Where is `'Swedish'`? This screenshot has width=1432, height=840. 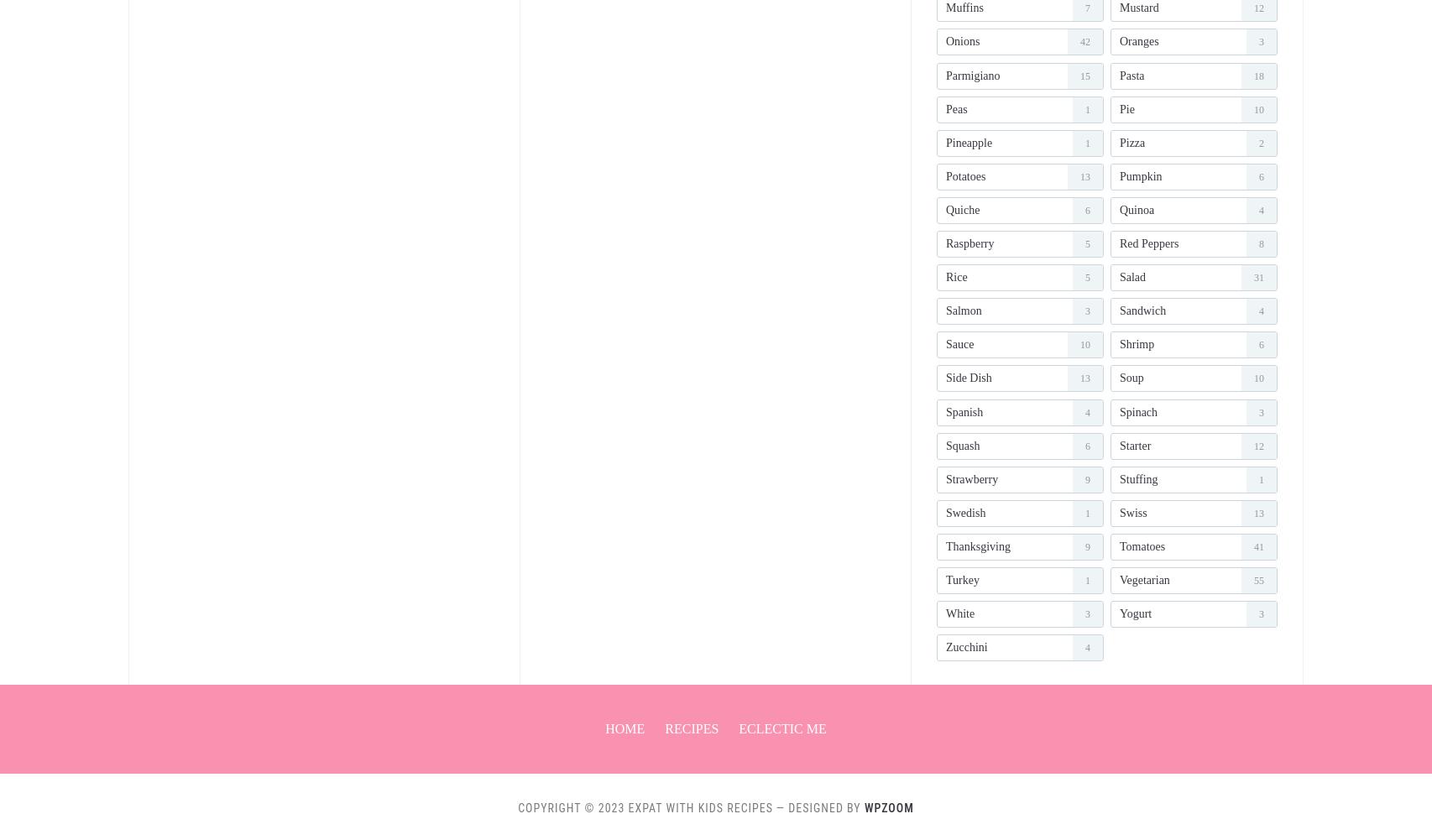 'Swedish' is located at coordinates (965, 512).